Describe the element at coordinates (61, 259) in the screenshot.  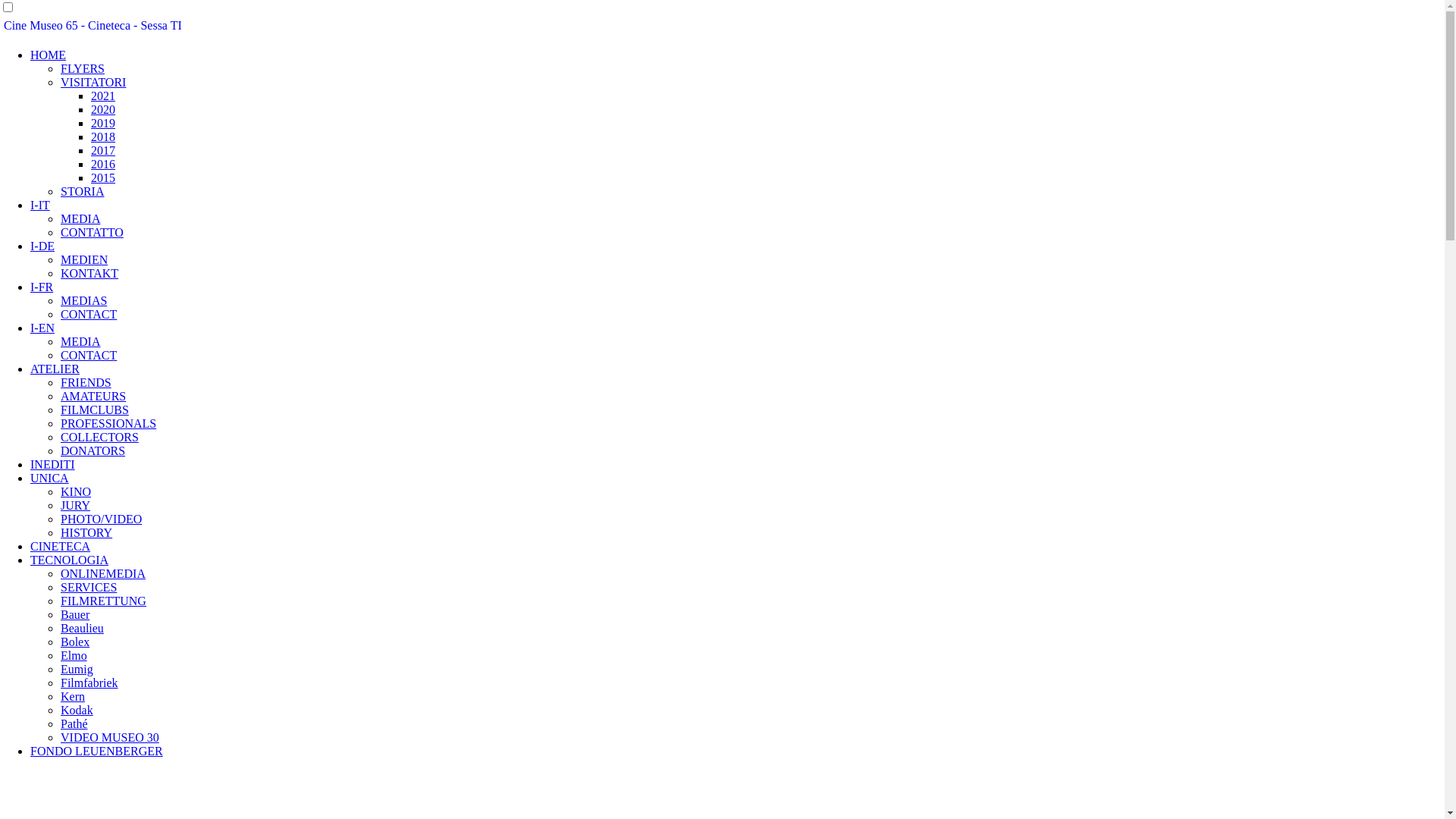
I see `'MEDIEN'` at that location.